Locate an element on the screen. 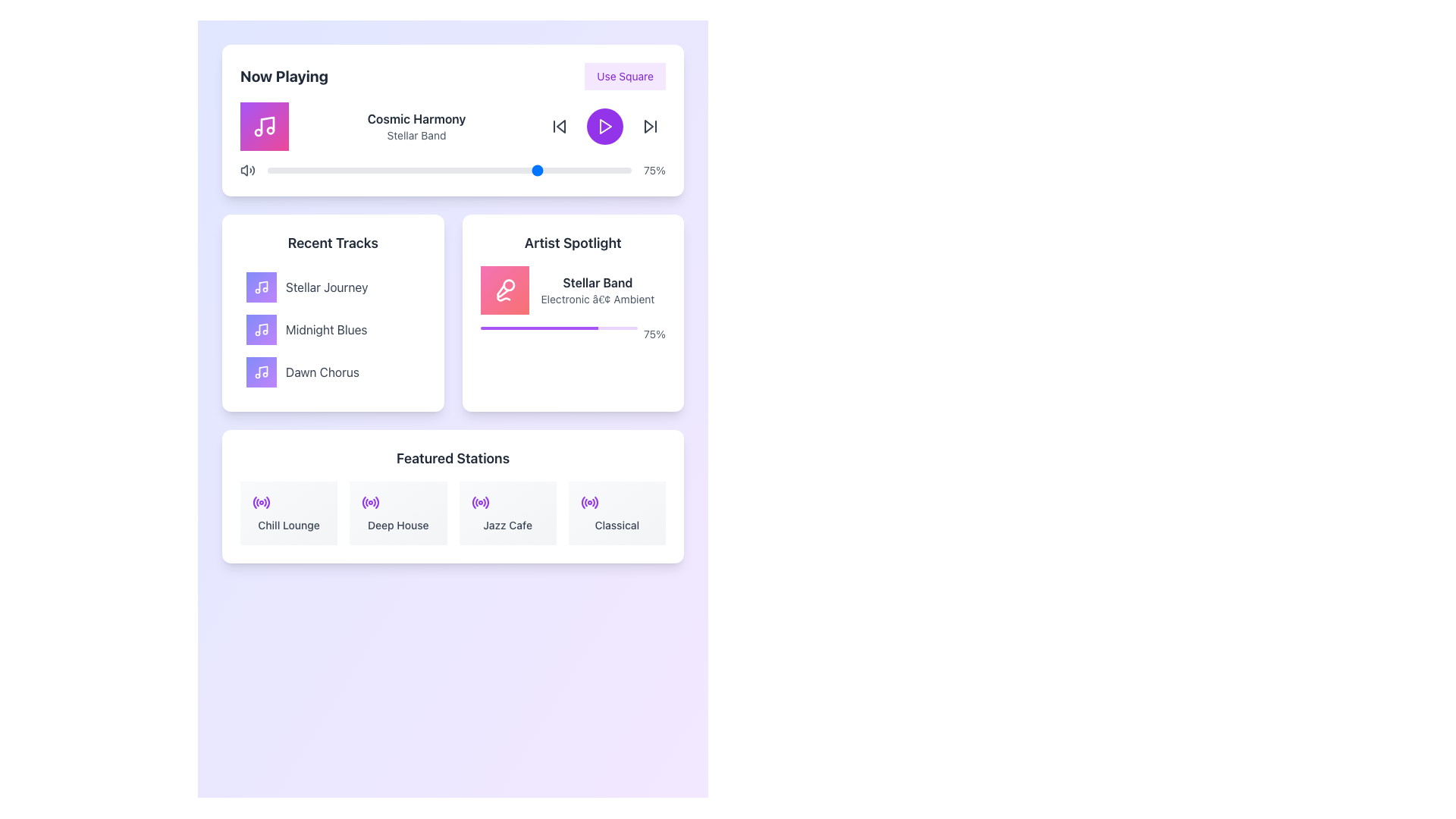 The height and width of the screenshot is (819, 1456). progress is located at coordinates (588, 327).